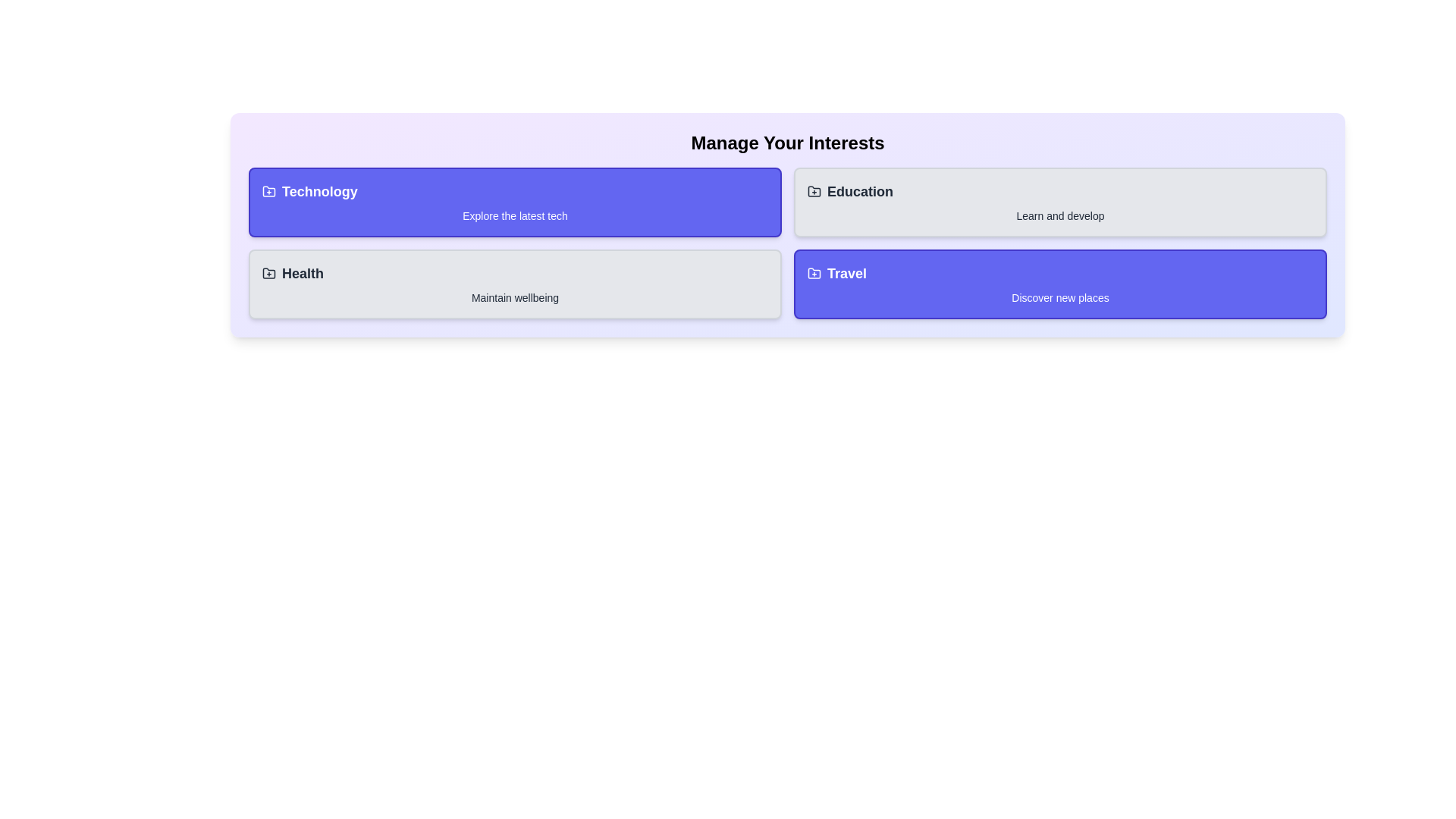  I want to click on the category Education to toggle its active status, so click(1059, 201).